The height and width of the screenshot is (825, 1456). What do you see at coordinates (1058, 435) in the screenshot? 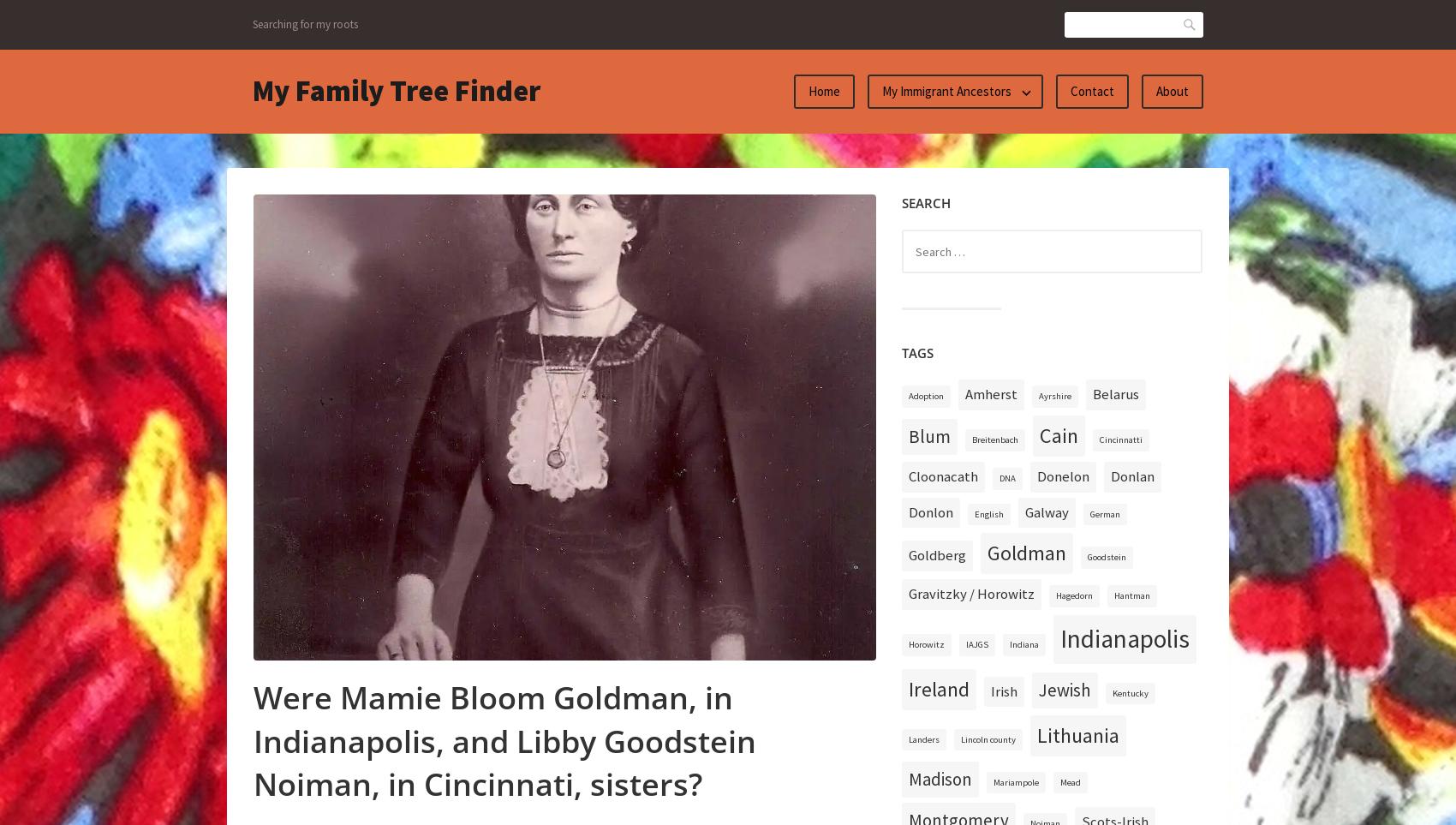
I see `'Cain'` at bounding box center [1058, 435].